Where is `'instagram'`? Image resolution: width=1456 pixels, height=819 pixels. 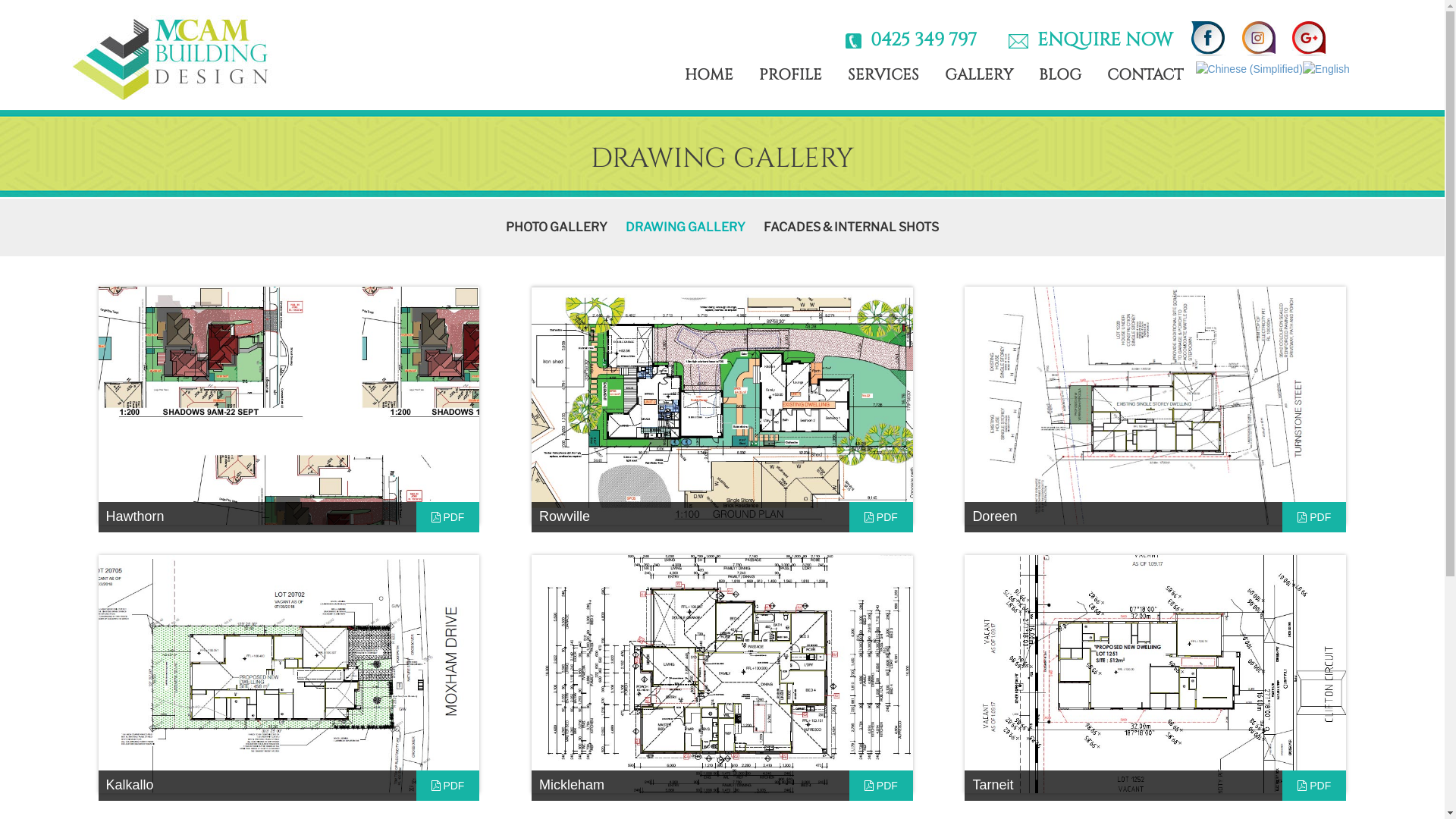
'instagram' is located at coordinates (1258, 37).